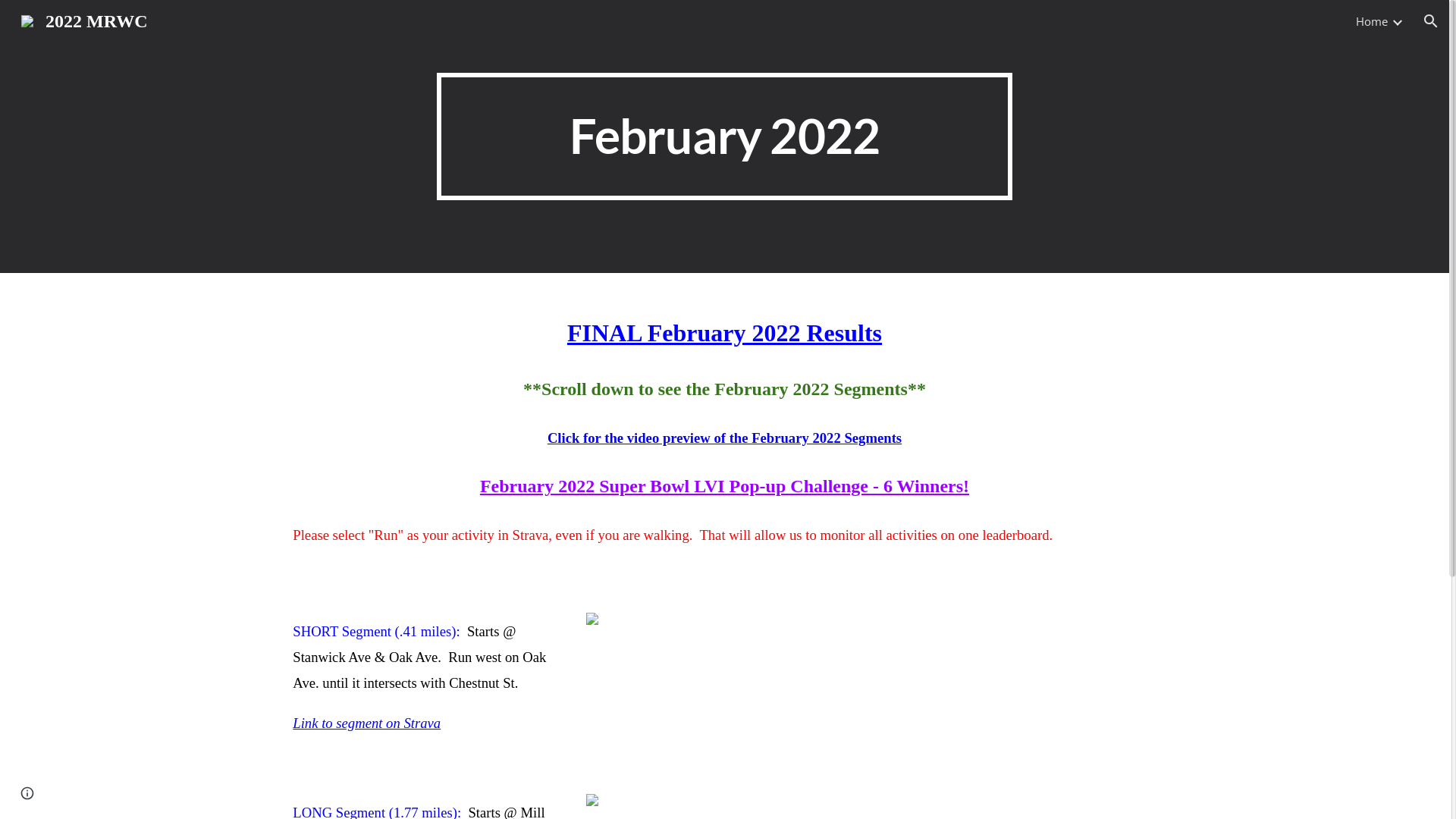 The width and height of the screenshot is (1456, 819). I want to click on 'Link to segment on Strava', so click(366, 722).